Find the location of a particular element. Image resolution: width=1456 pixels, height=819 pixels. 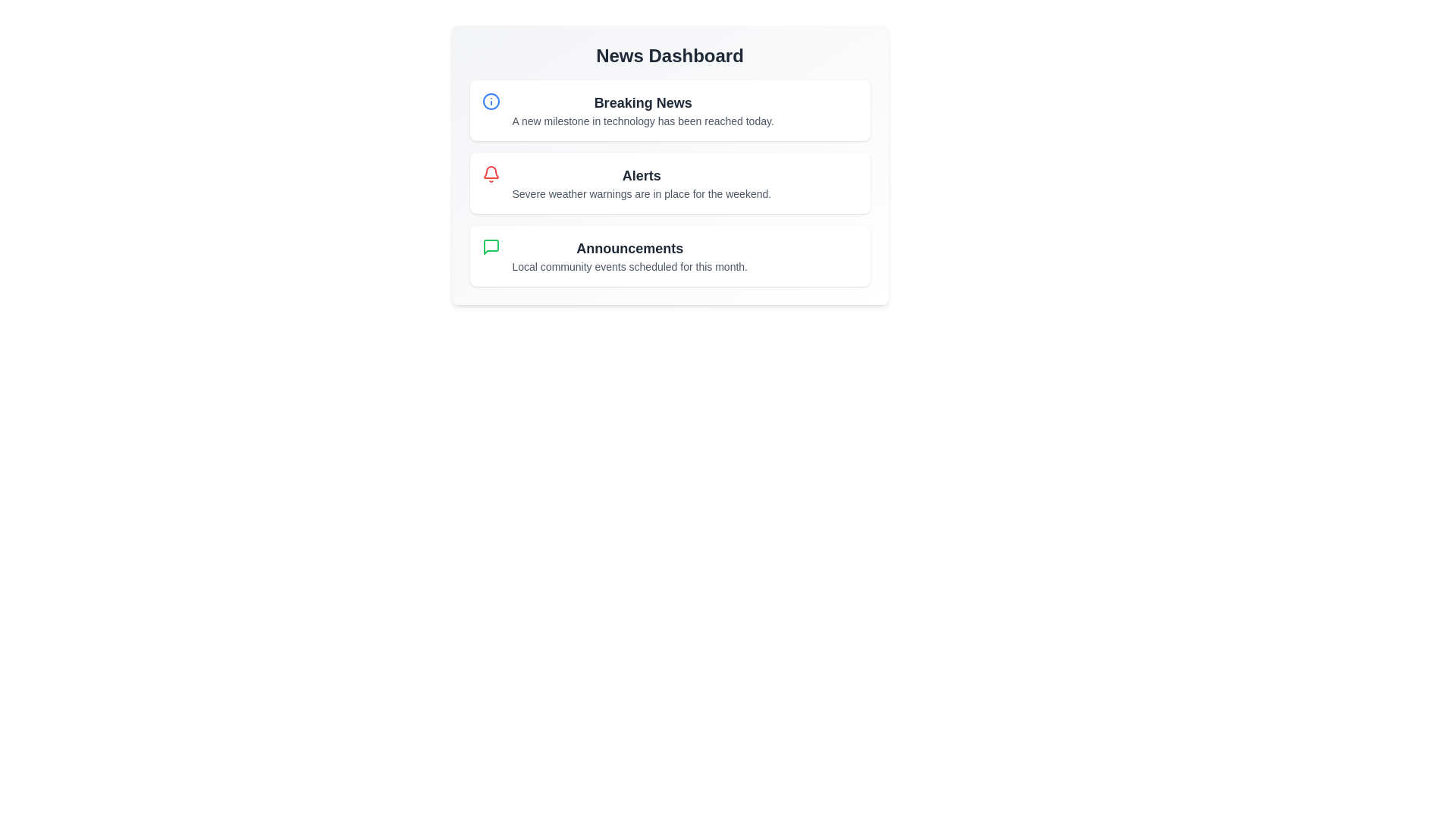

the title of the third news item 'Announcements' is located at coordinates (629, 247).